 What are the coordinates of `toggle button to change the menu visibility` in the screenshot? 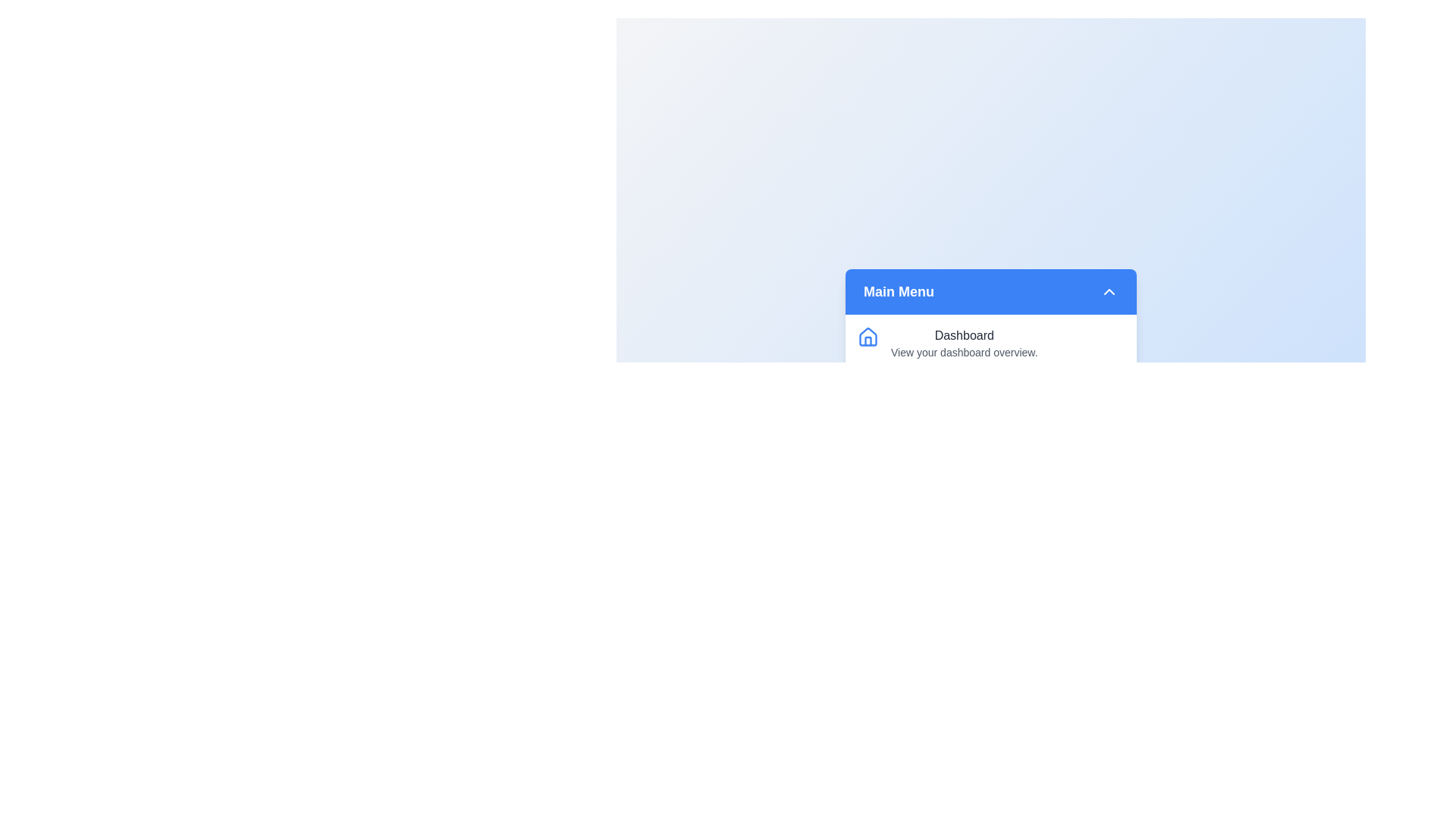 It's located at (1109, 291).